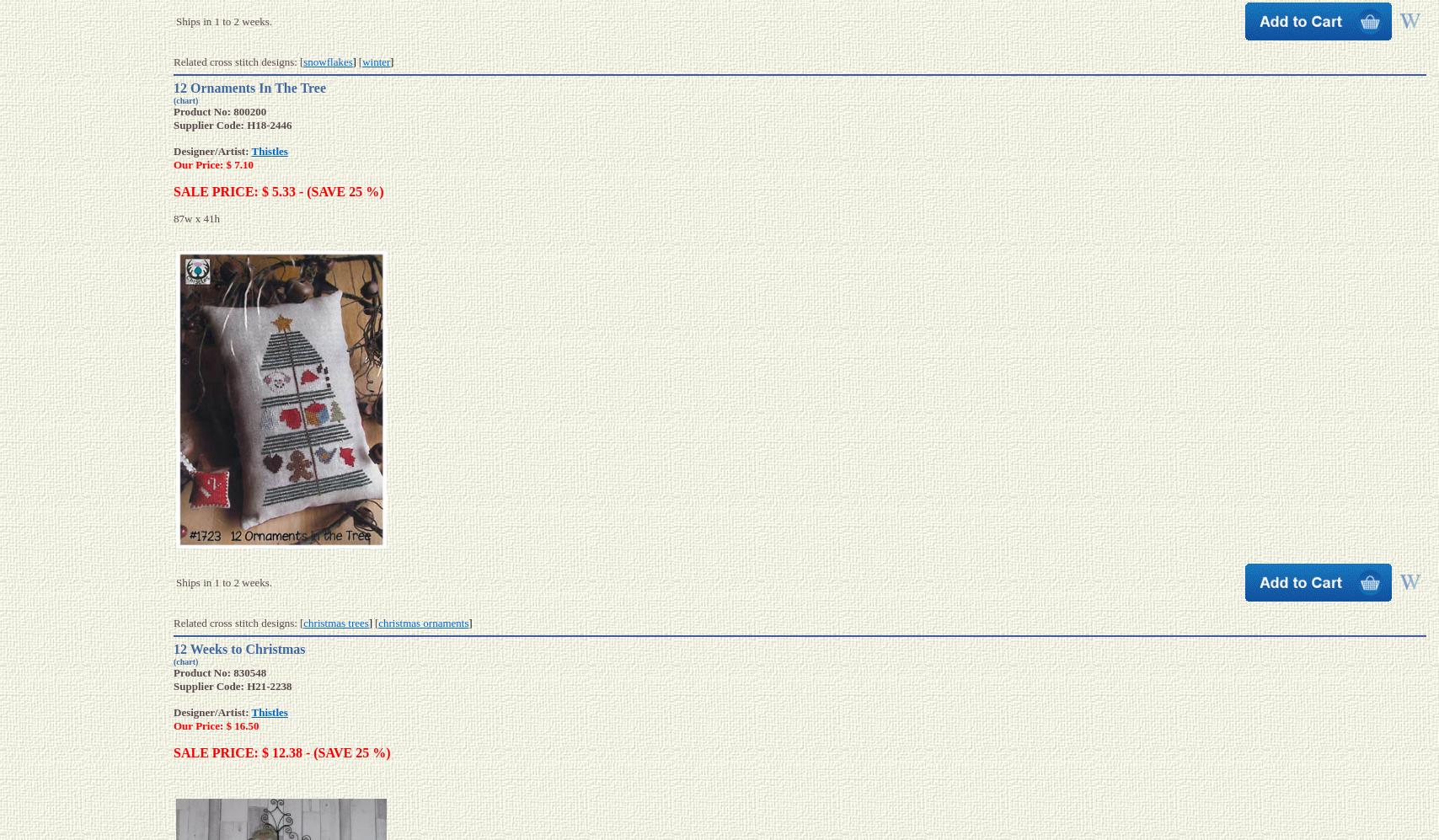 The width and height of the screenshot is (1439, 840). Describe the element at coordinates (233, 684) in the screenshot. I see `'Supplier Code: H21-2238'` at that location.